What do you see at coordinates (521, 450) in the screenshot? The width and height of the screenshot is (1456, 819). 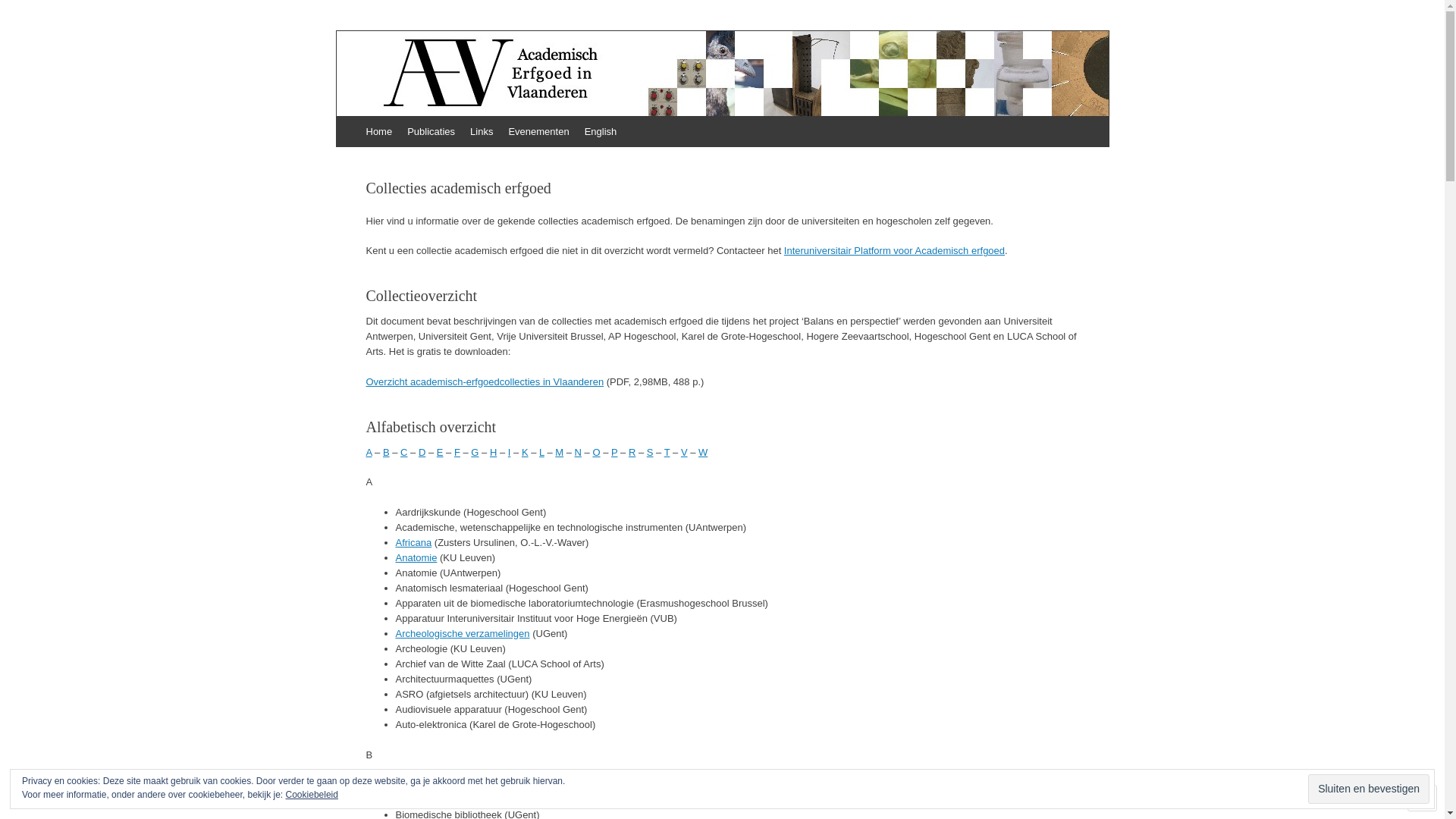 I see `'K'` at bounding box center [521, 450].